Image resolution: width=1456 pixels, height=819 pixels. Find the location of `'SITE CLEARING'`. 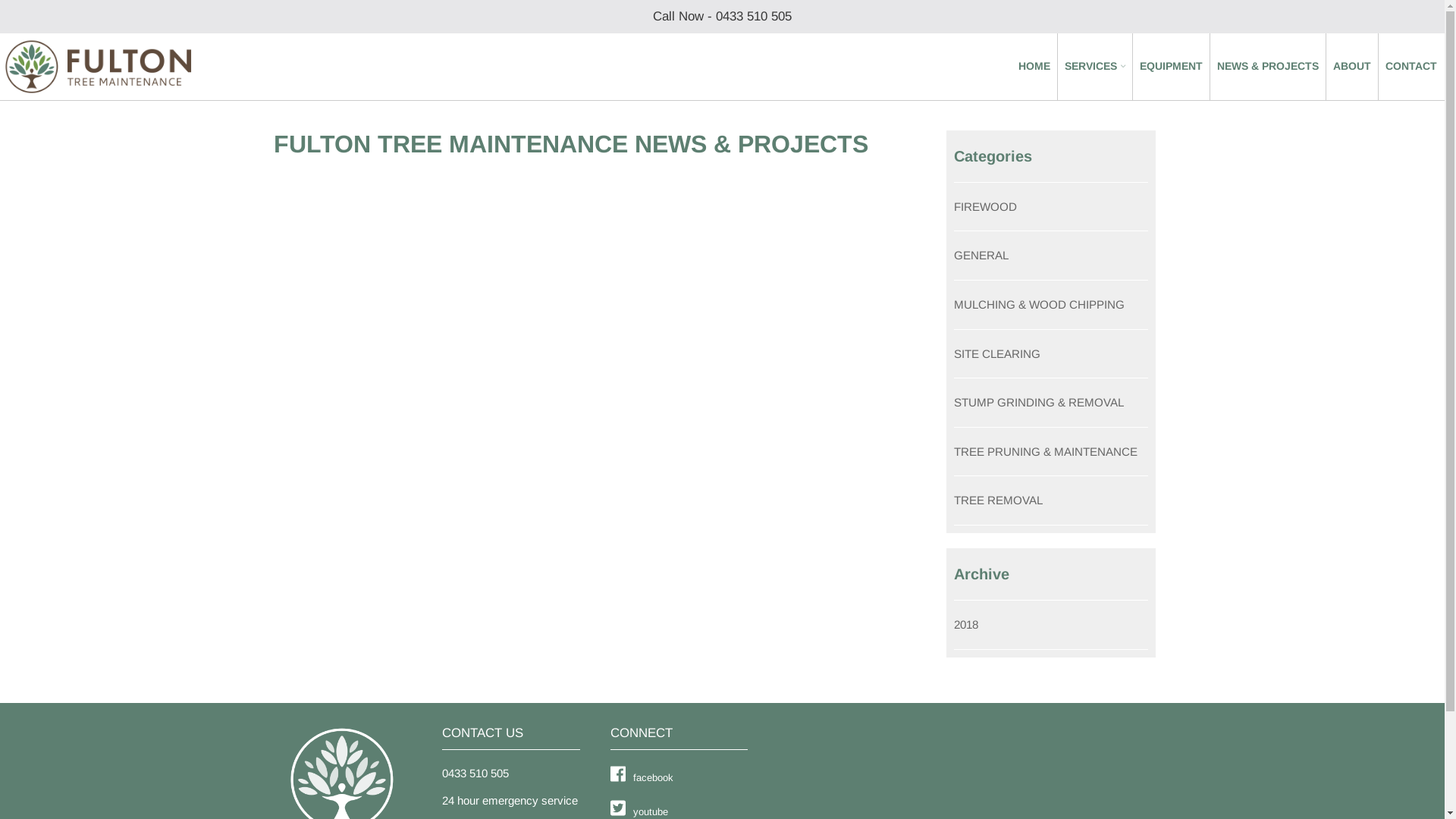

'SITE CLEARING' is located at coordinates (997, 353).